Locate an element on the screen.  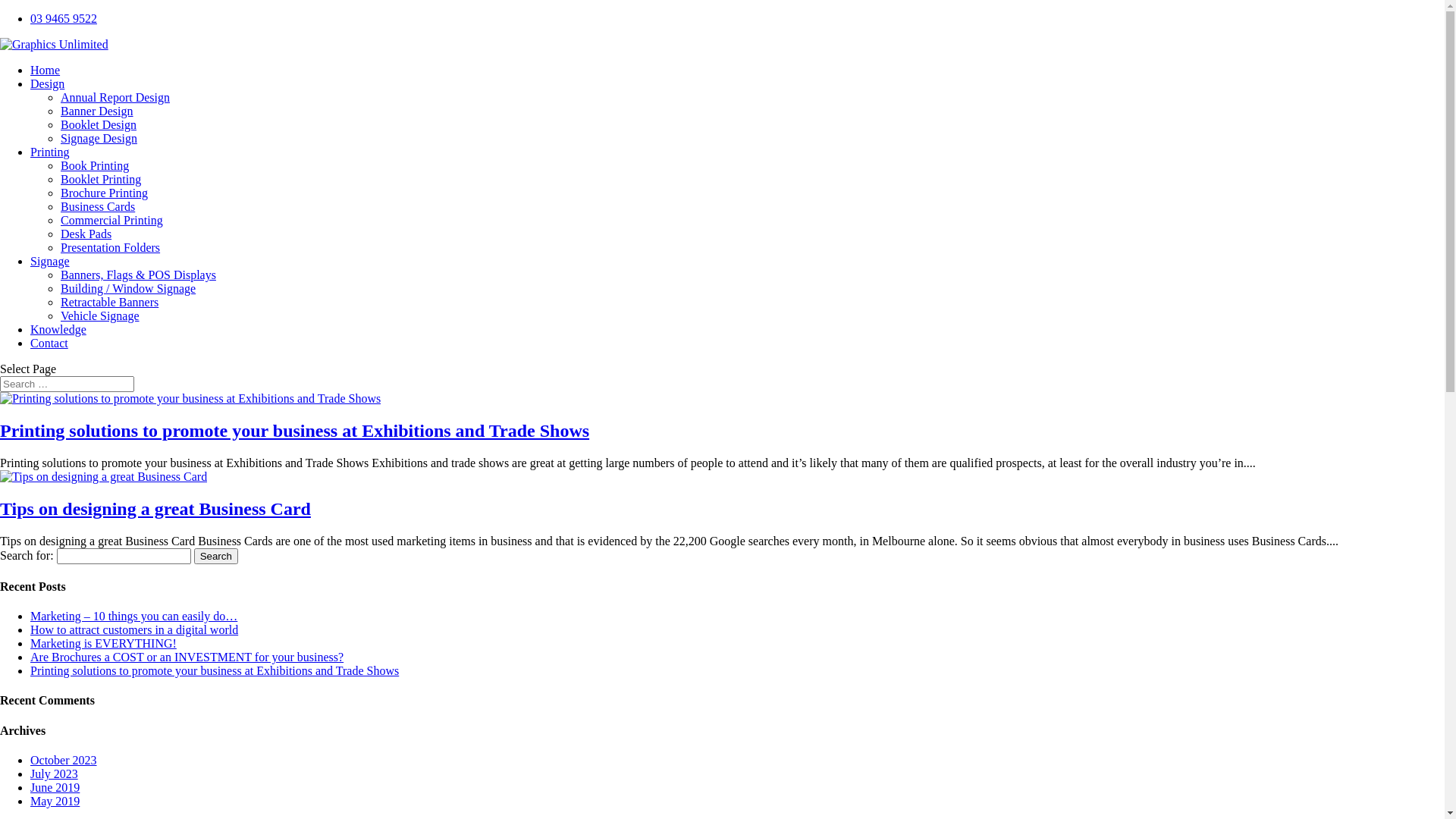
'Desk Pads' is located at coordinates (85, 234).